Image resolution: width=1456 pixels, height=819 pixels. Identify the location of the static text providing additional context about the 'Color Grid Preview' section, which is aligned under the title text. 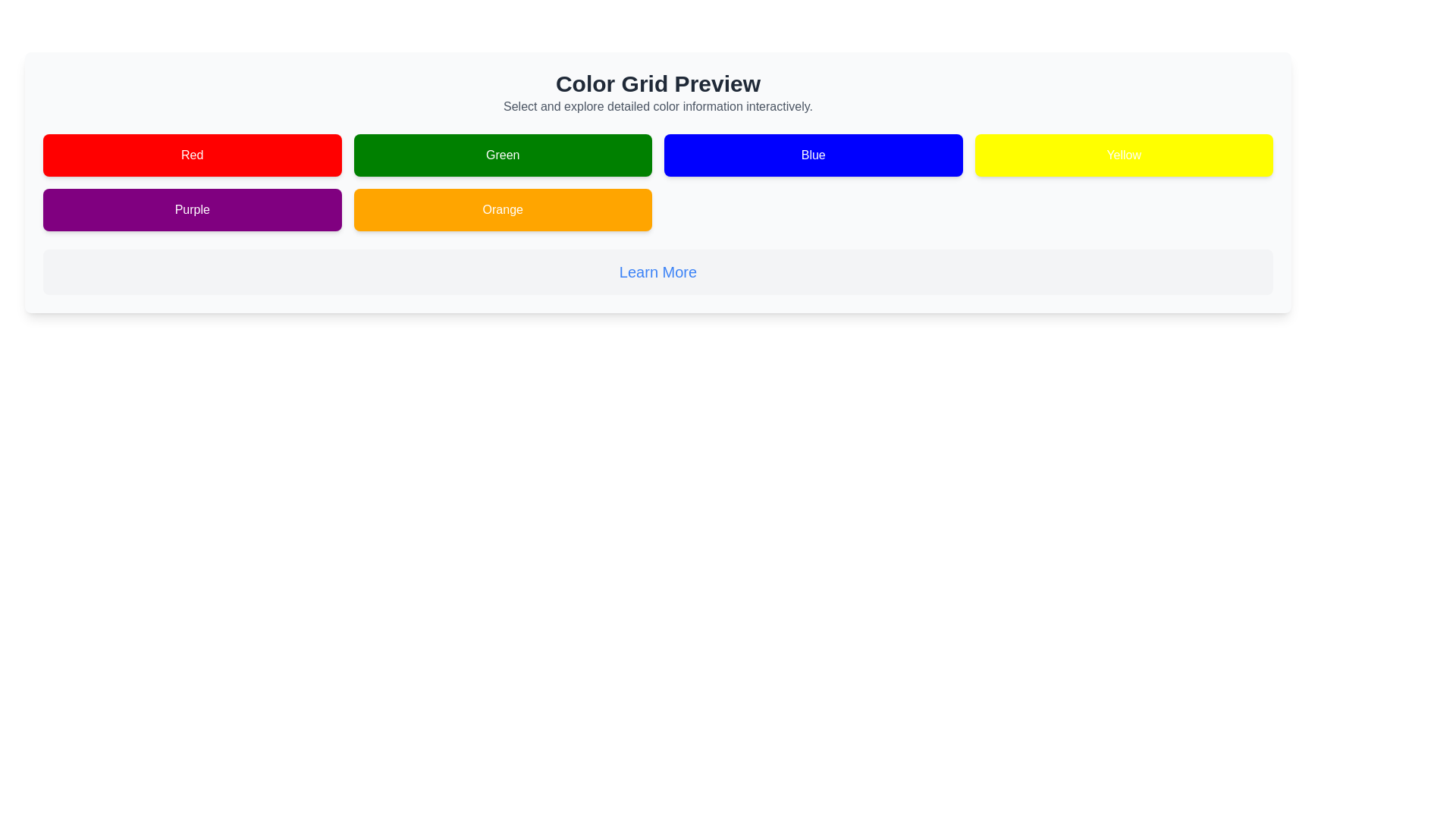
(658, 106).